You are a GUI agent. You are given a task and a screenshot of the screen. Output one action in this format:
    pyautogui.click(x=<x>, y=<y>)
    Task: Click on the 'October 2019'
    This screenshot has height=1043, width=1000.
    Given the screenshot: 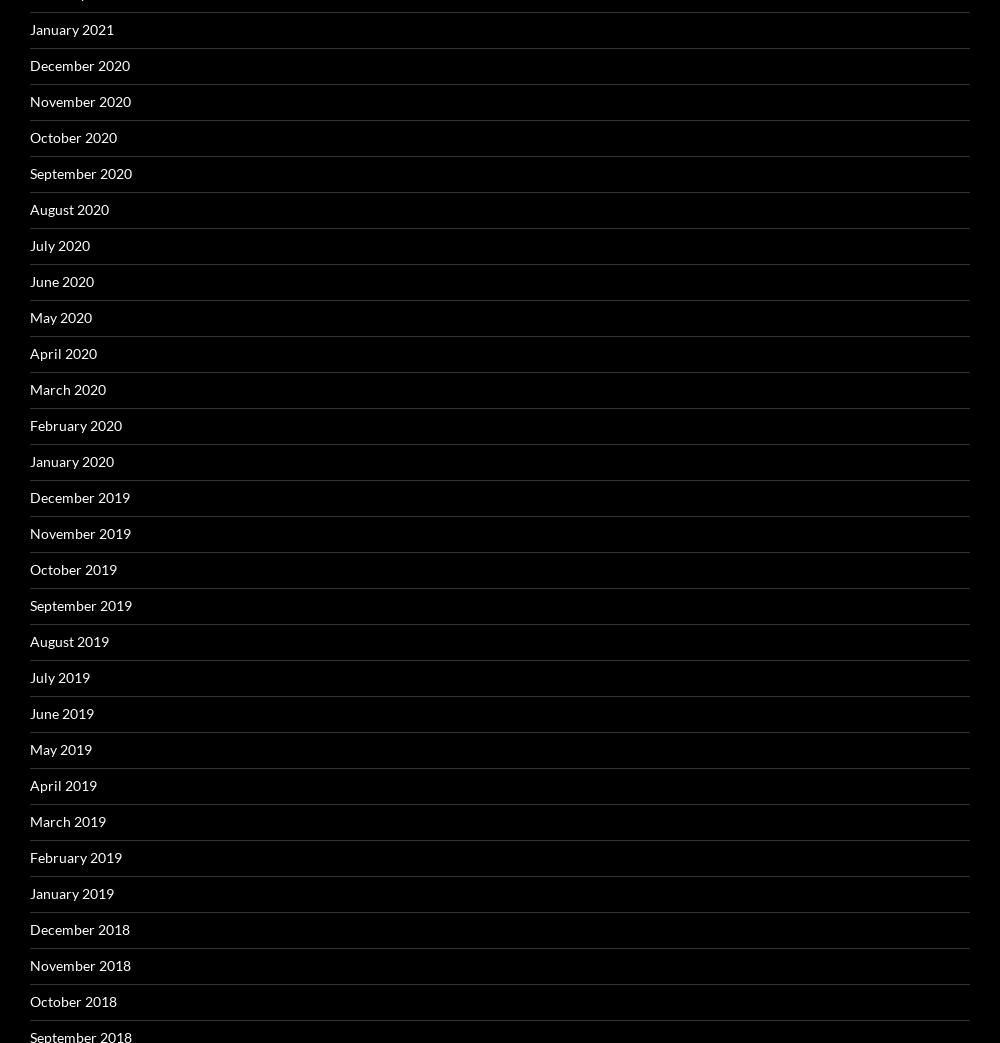 What is the action you would take?
    pyautogui.click(x=72, y=569)
    